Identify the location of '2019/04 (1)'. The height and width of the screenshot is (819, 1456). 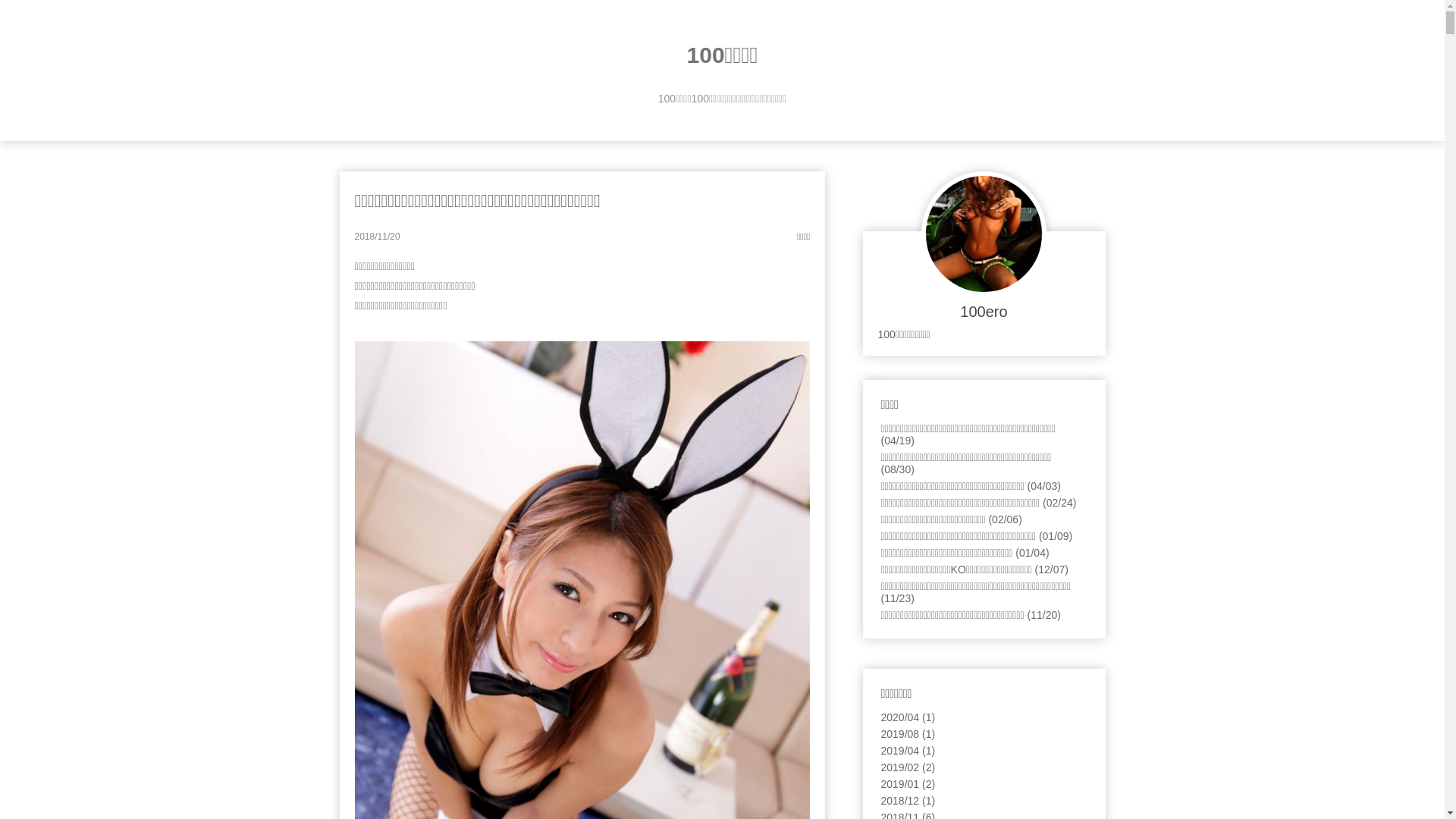
(908, 751).